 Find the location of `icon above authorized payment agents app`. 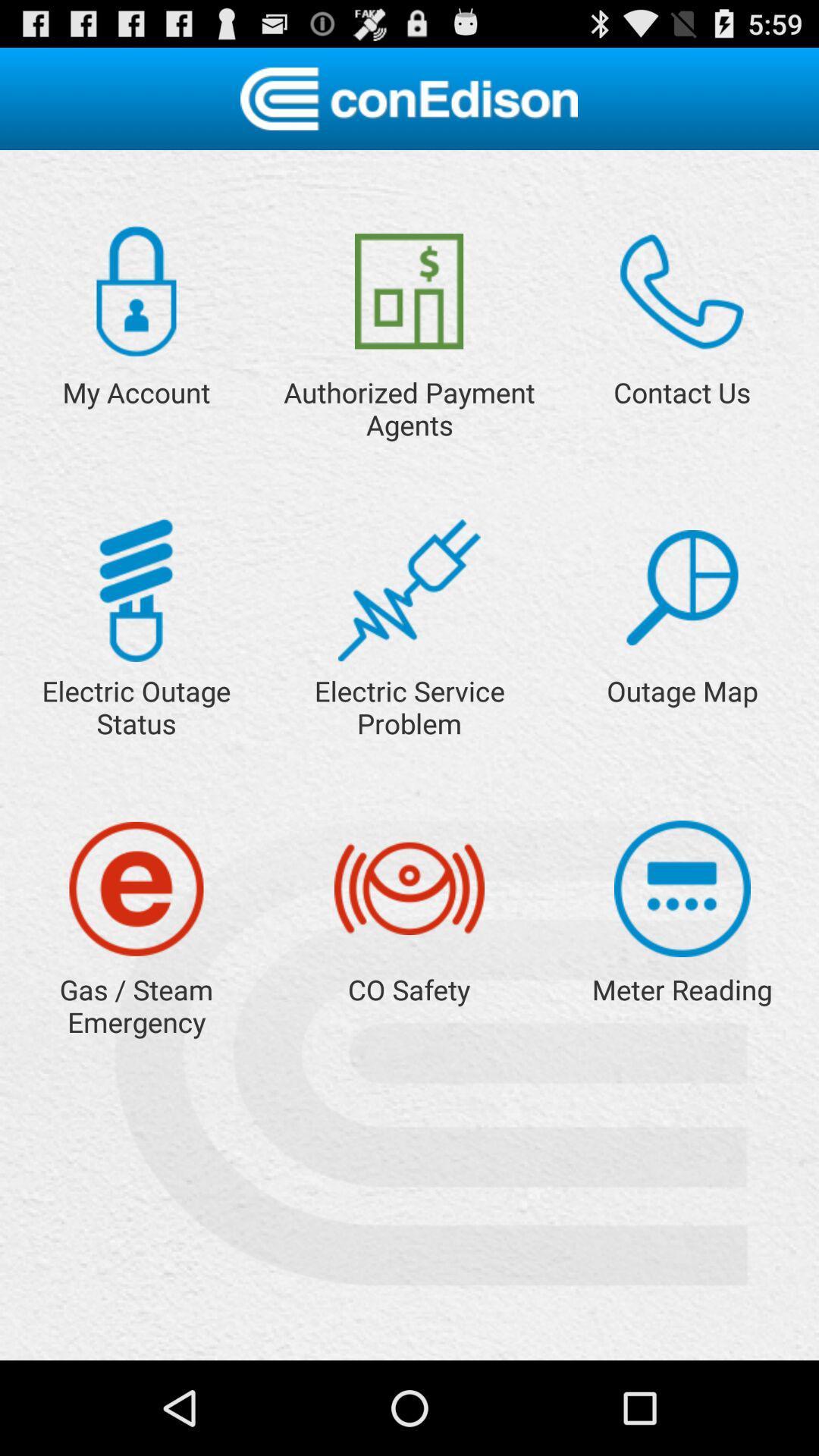

icon above authorized payment agents app is located at coordinates (408, 291).